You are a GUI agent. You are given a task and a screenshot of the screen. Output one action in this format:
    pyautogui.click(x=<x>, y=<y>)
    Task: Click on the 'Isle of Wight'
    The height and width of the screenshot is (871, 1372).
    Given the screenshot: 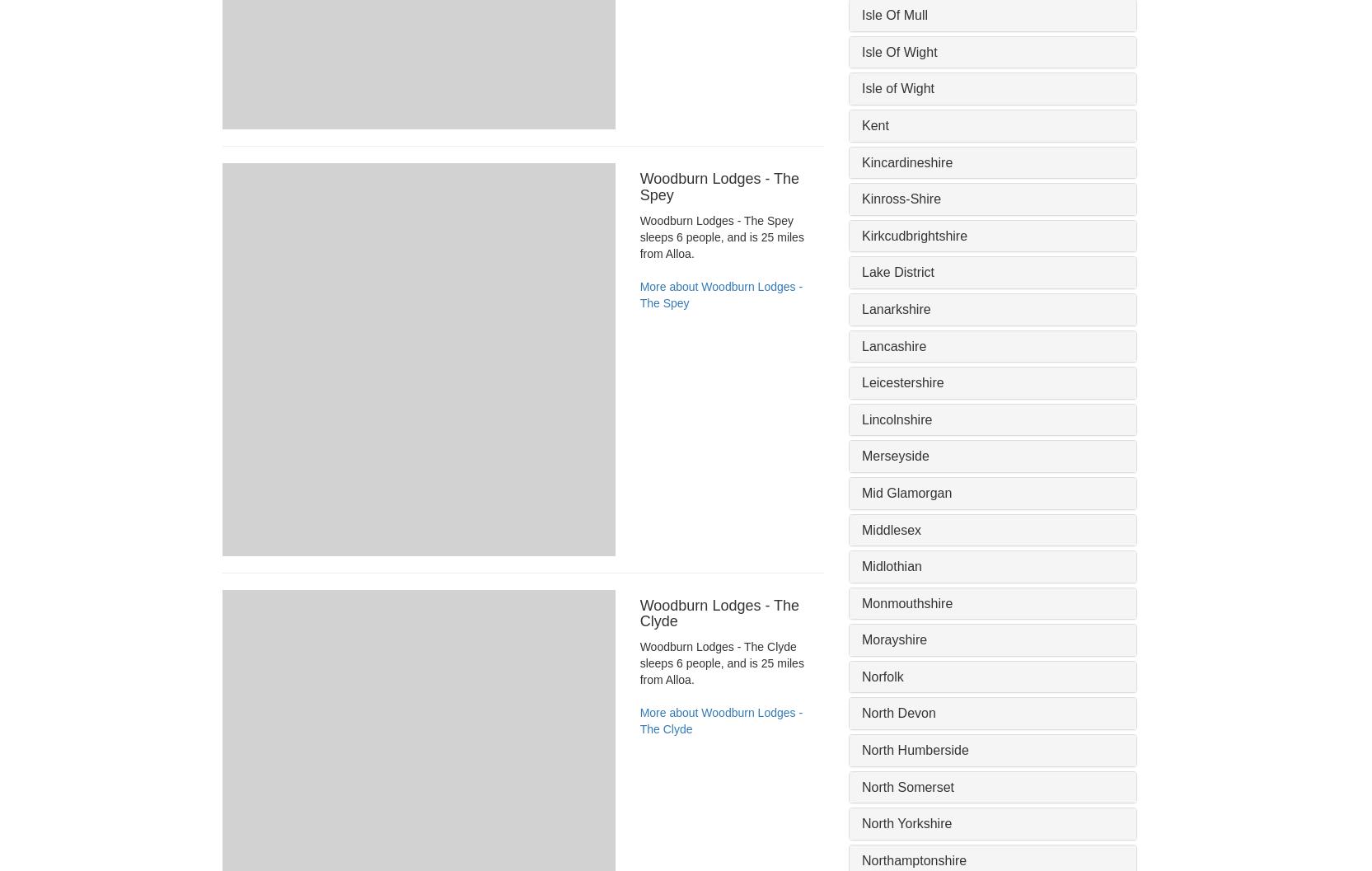 What is the action you would take?
    pyautogui.click(x=898, y=87)
    